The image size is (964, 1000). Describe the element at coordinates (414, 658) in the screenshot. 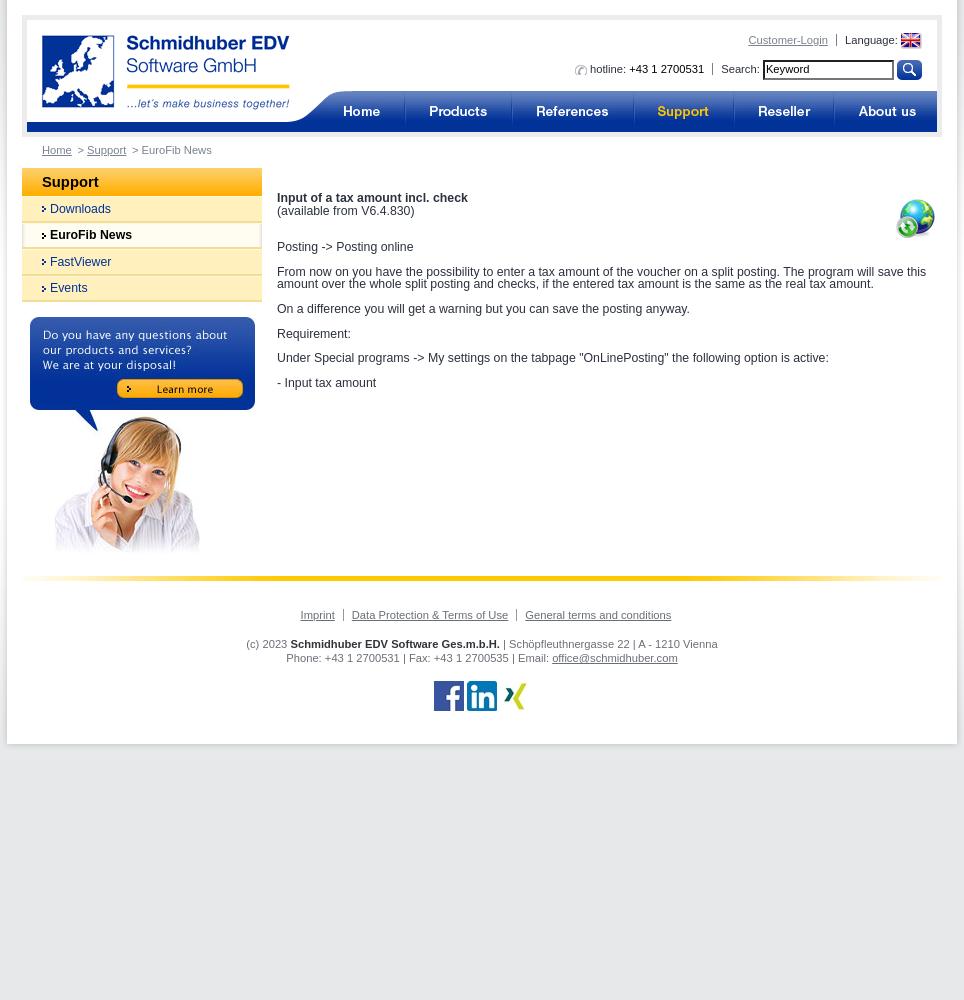

I see `'|  Fax:'` at that location.